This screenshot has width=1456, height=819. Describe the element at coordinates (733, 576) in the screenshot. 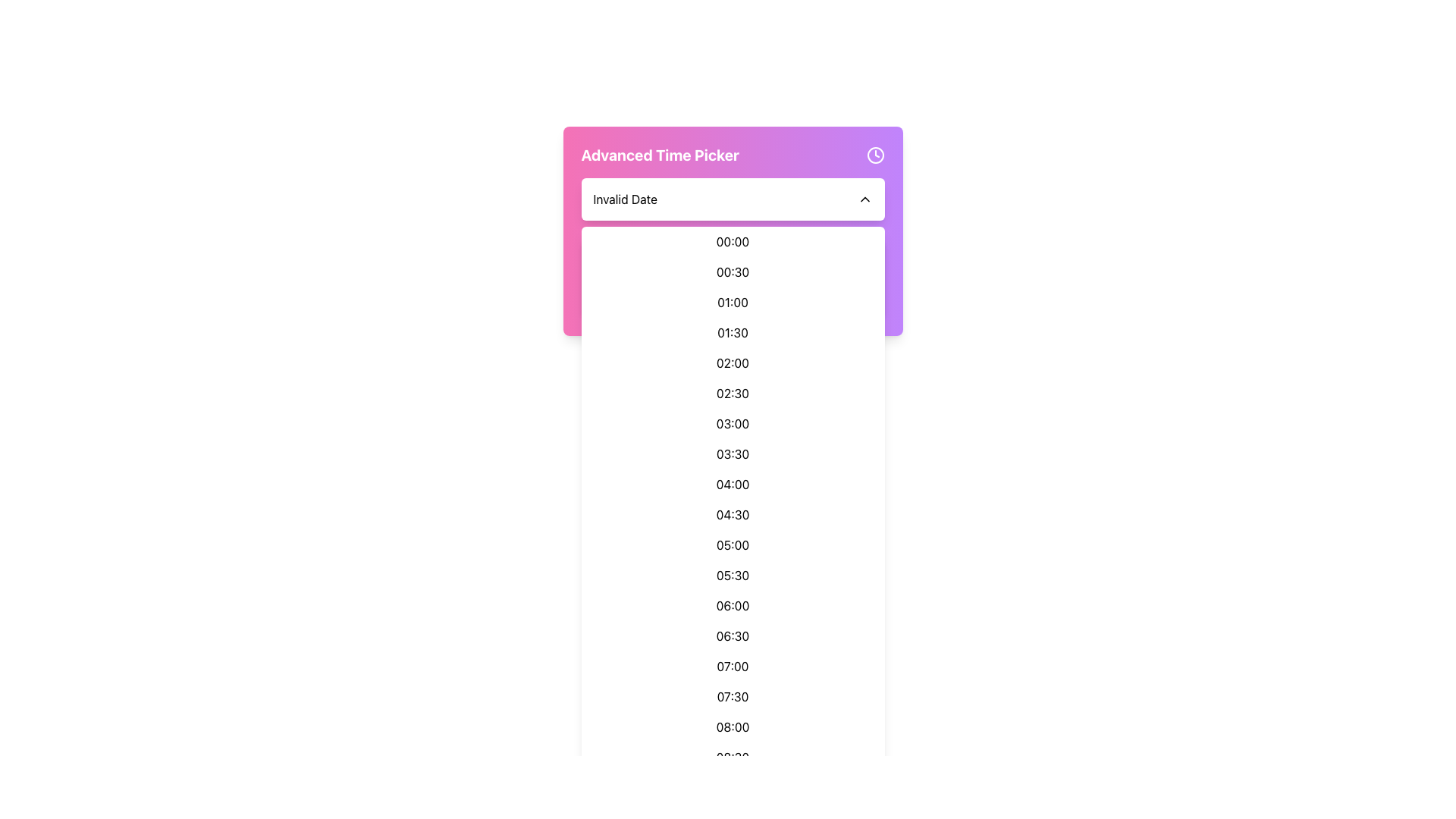

I see `the dropdown menu item displaying '05:30'` at that location.